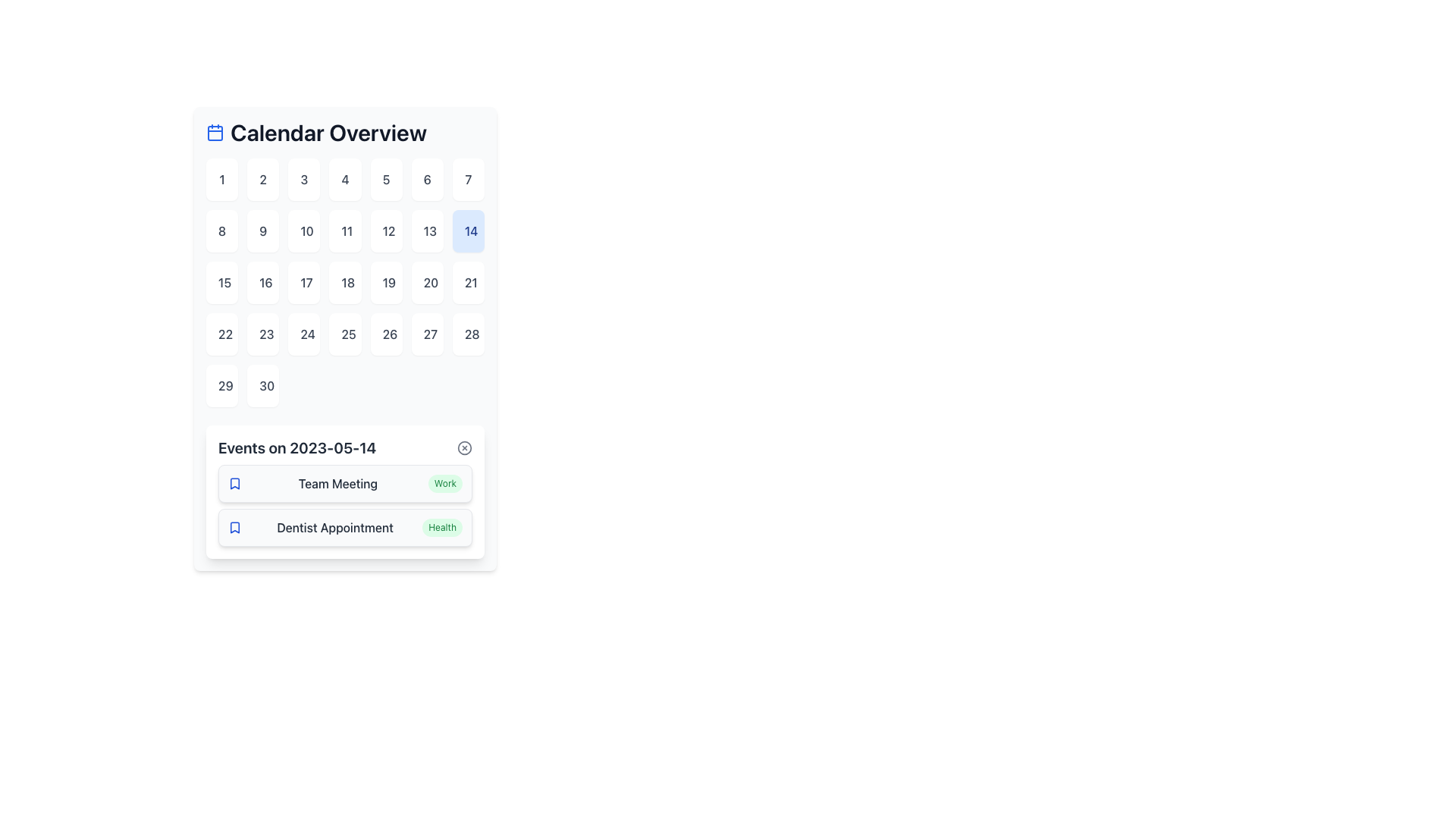 The image size is (1456, 819). Describe the element at coordinates (386, 231) in the screenshot. I see `the square button with a white background and rounded corners displaying the number '12' in bold gray font` at that location.